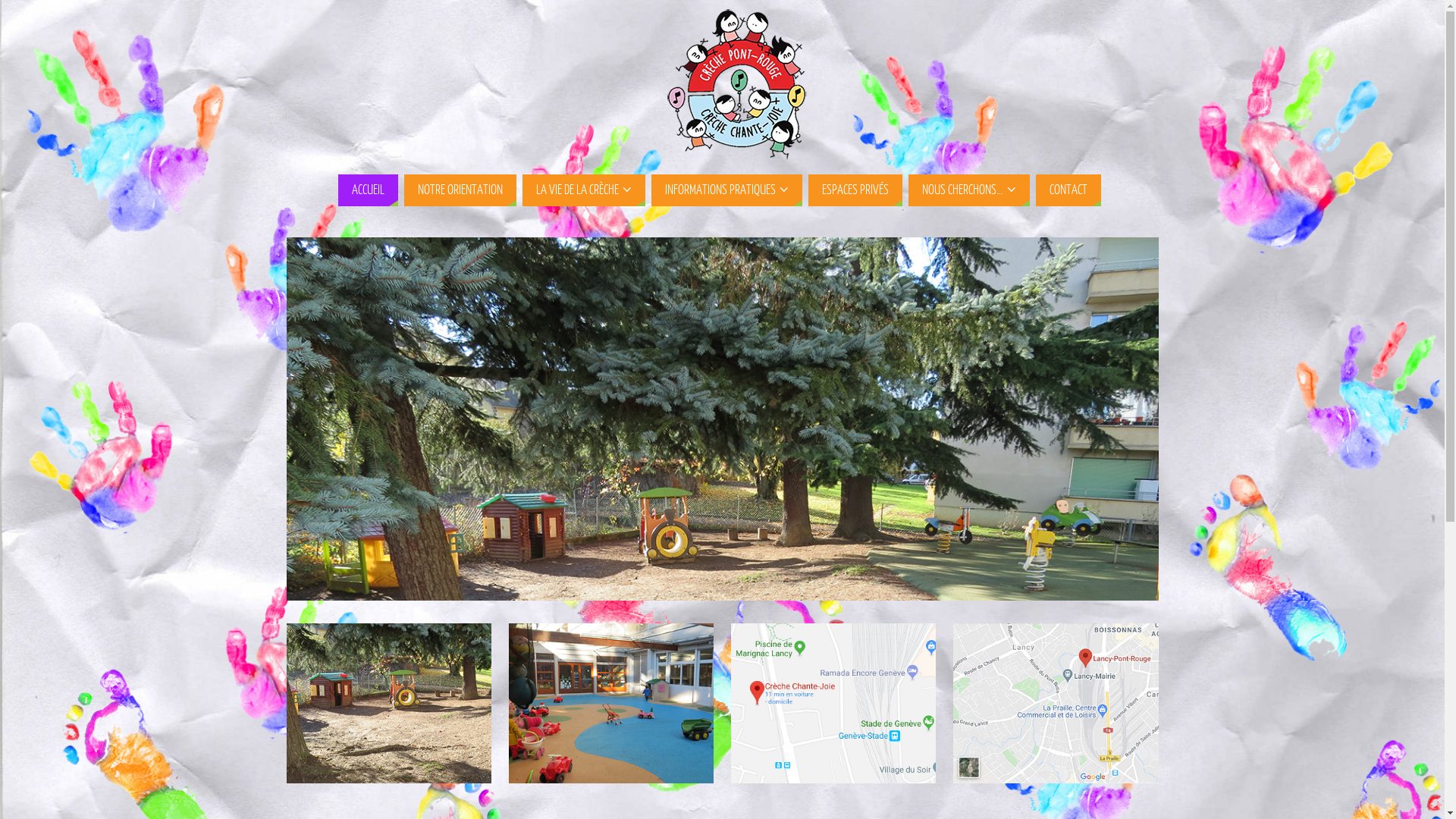 The width and height of the screenshot is (1456, 819). Describe the element at coordinates (611, 703) in the screenshot. I see `'Inscription & Liens utiles'` at that location.